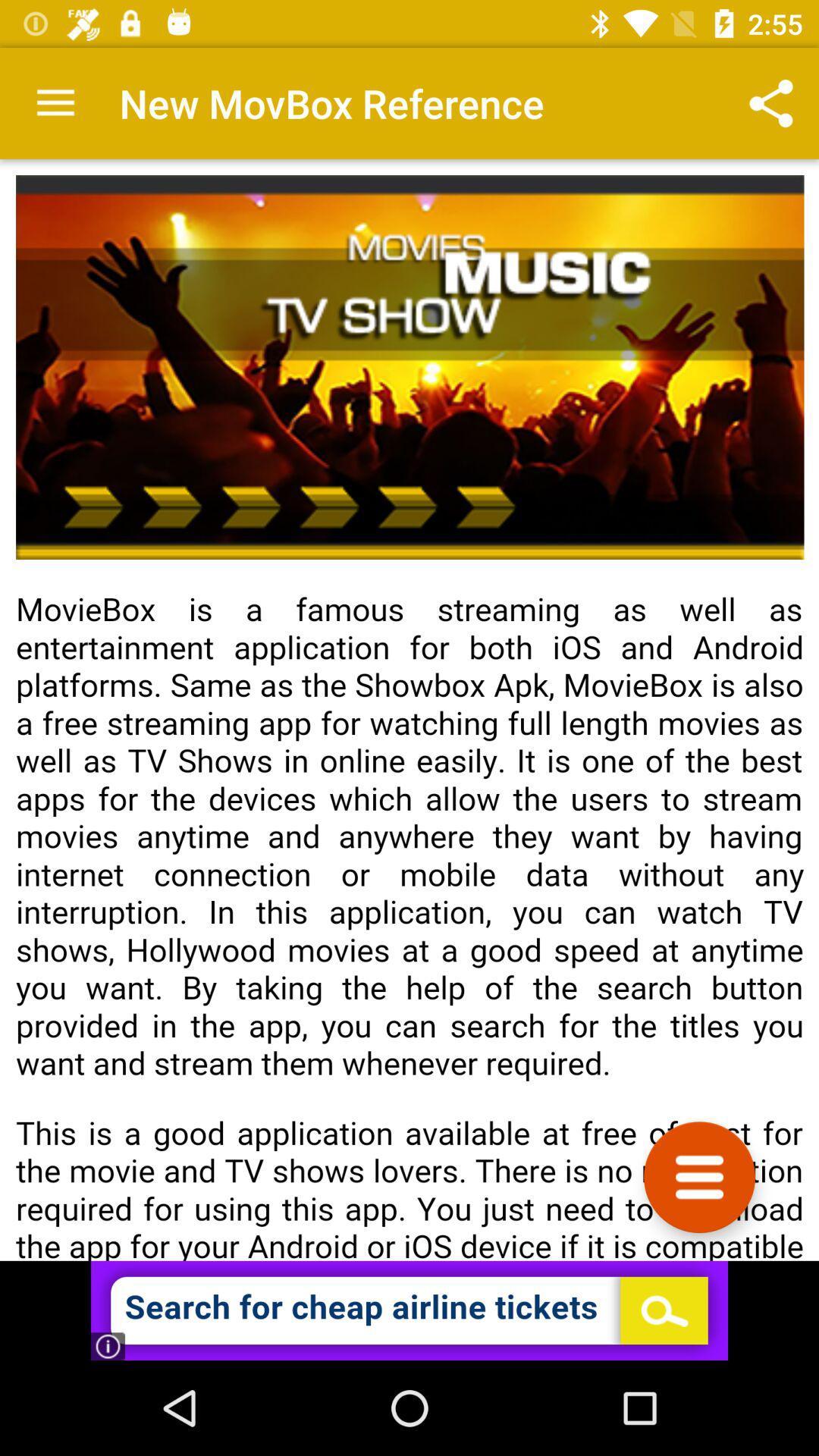 The image size is (819, 1456). Describe the element at coordinates (409, 1310) in the screenshot. I see `search option` at that location.